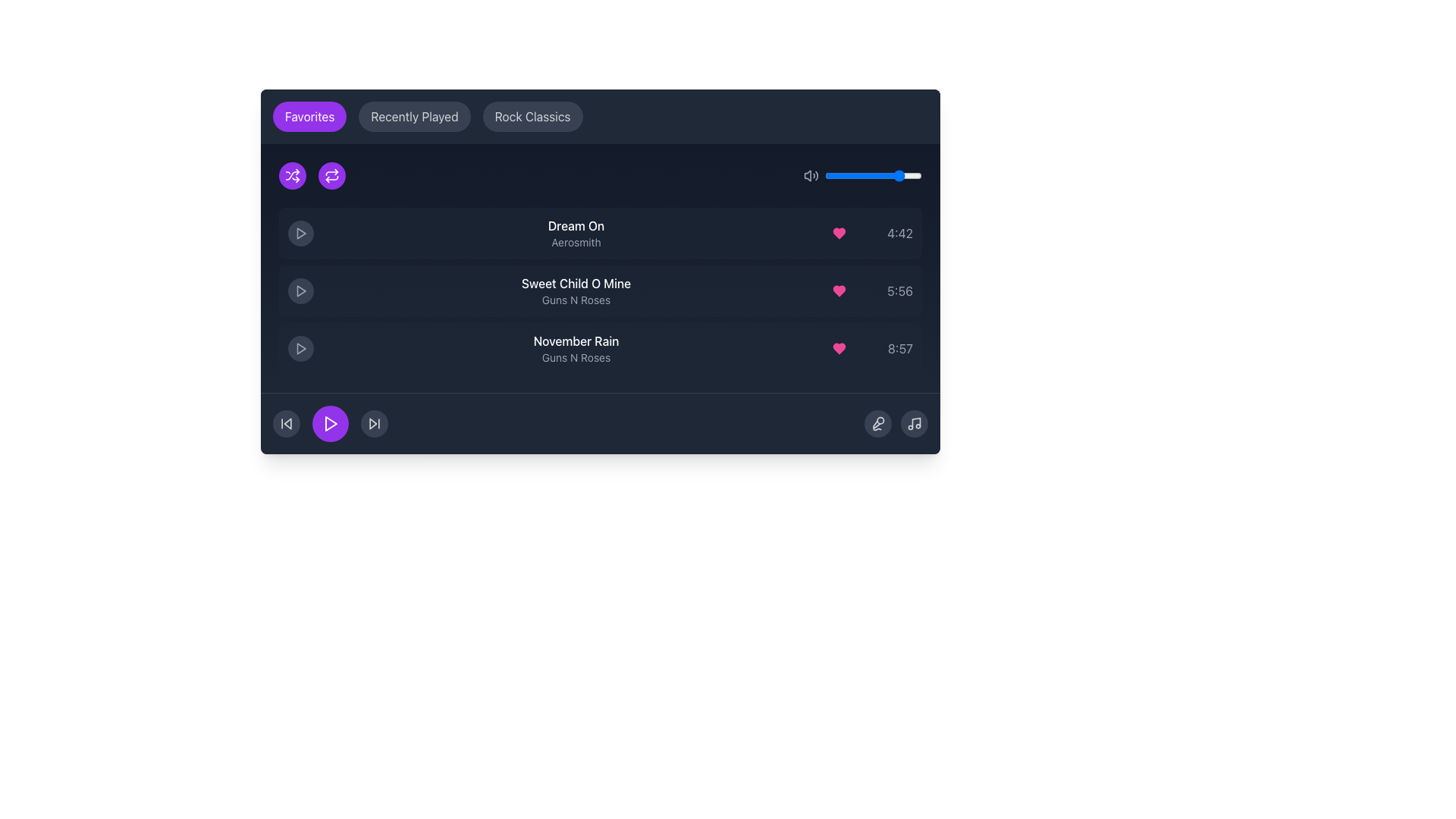  Describe the element at coordinates (876, 174) in the screenshot. I see `the volume` at that location.